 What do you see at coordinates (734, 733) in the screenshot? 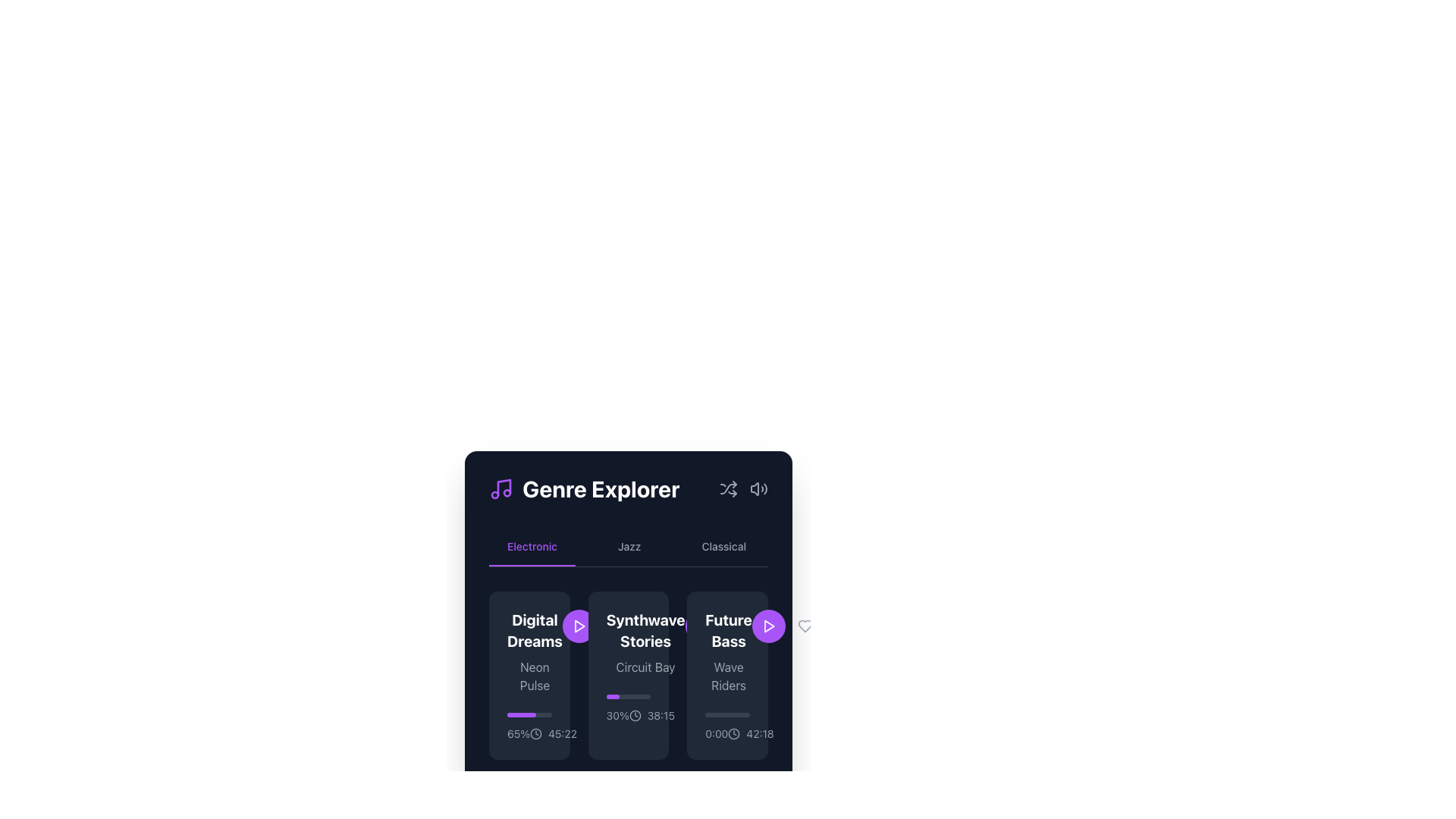
I see `the decorative SVG circle element located within the clock icon at the top-right corner of the 'Genre Explorer' section` at bounding box center [734, 733].